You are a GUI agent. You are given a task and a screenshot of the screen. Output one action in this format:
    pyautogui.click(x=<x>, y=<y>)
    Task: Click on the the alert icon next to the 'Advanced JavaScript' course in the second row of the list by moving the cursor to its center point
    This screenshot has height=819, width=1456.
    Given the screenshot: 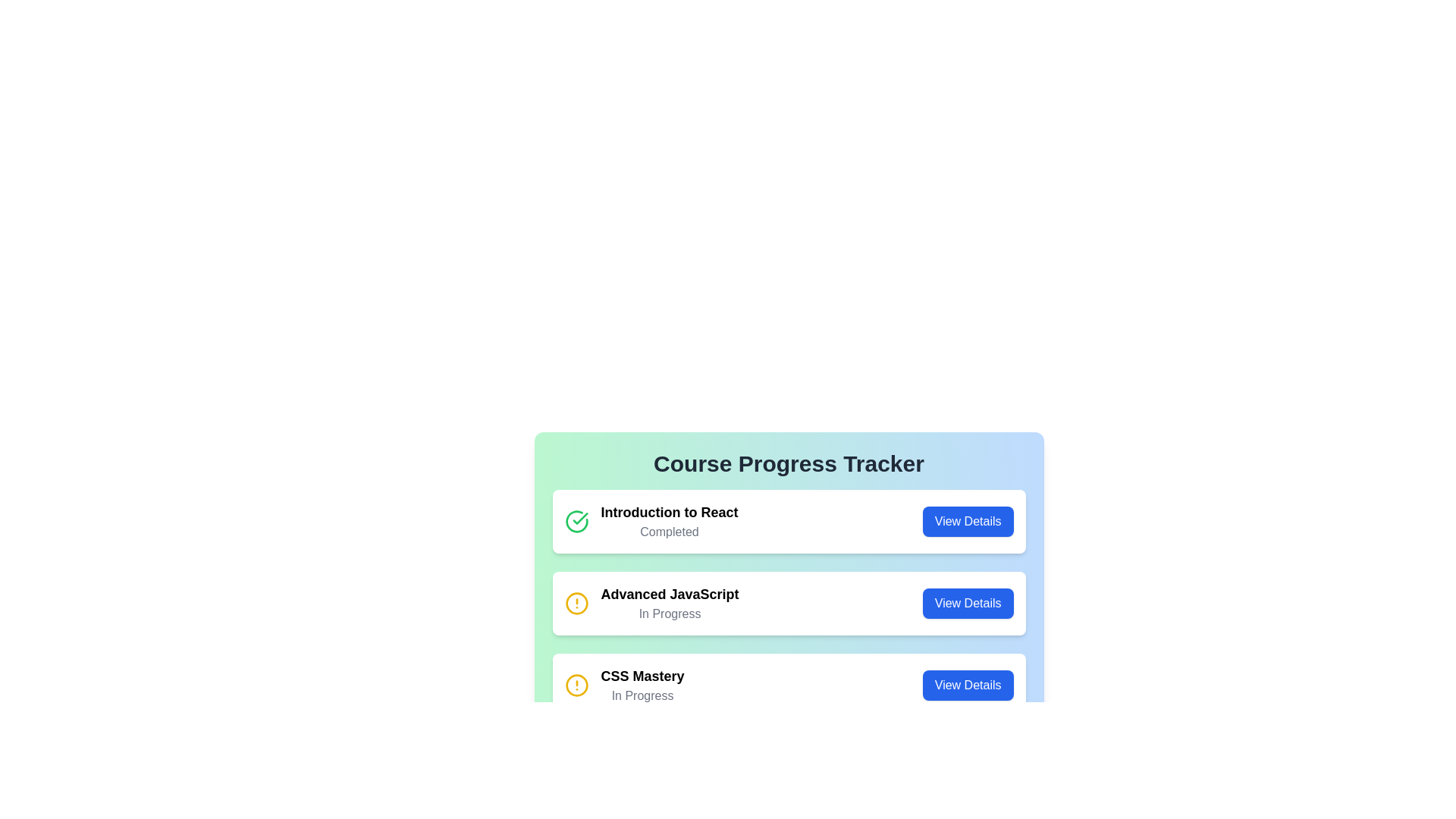 What is the action you would take?
    pyautogui.click(x=576, y=602)
    